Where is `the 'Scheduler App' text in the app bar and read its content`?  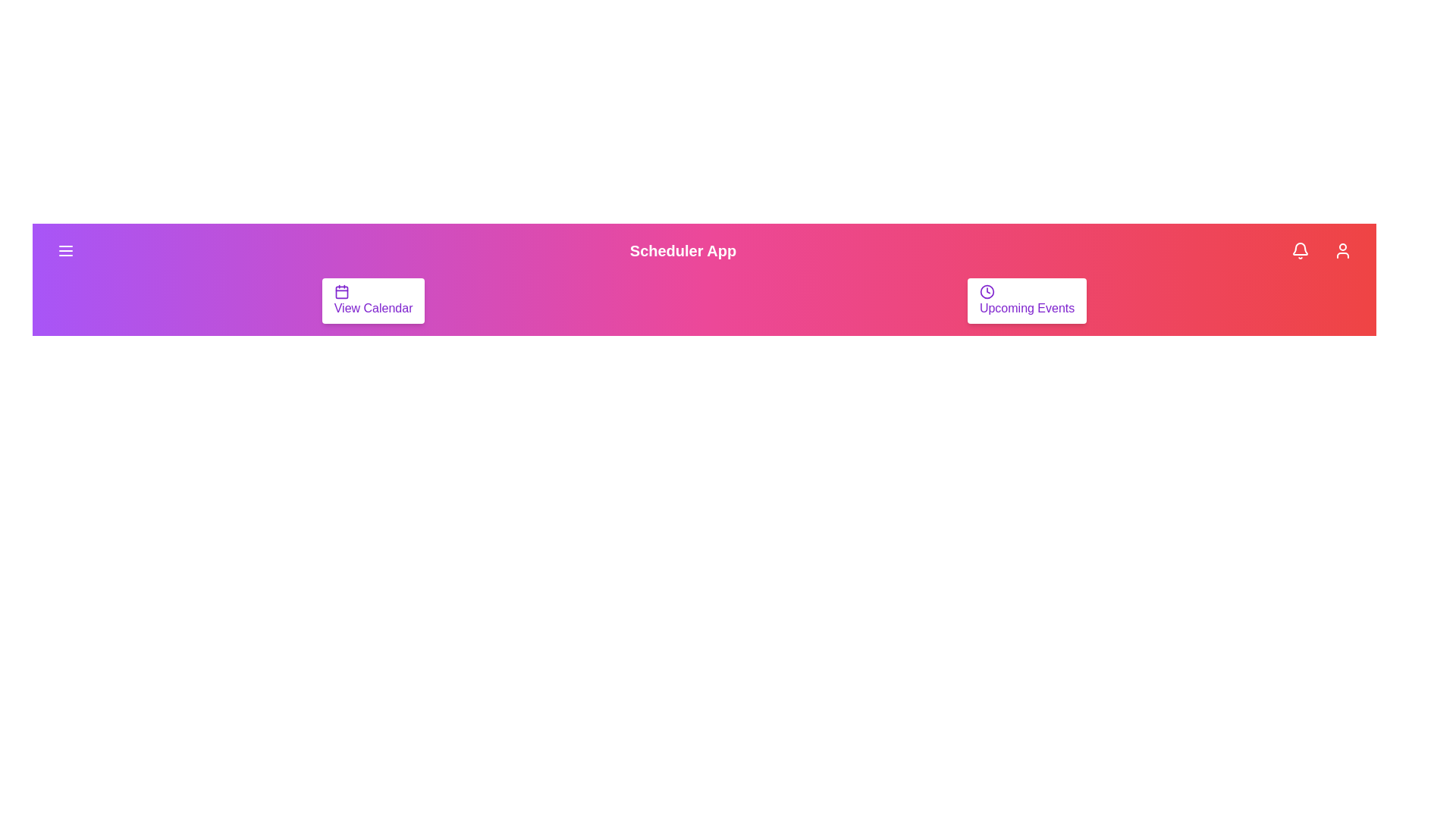
the 'Scheduler App' text in the app bar and read its content is located at coordinates (682, 250).